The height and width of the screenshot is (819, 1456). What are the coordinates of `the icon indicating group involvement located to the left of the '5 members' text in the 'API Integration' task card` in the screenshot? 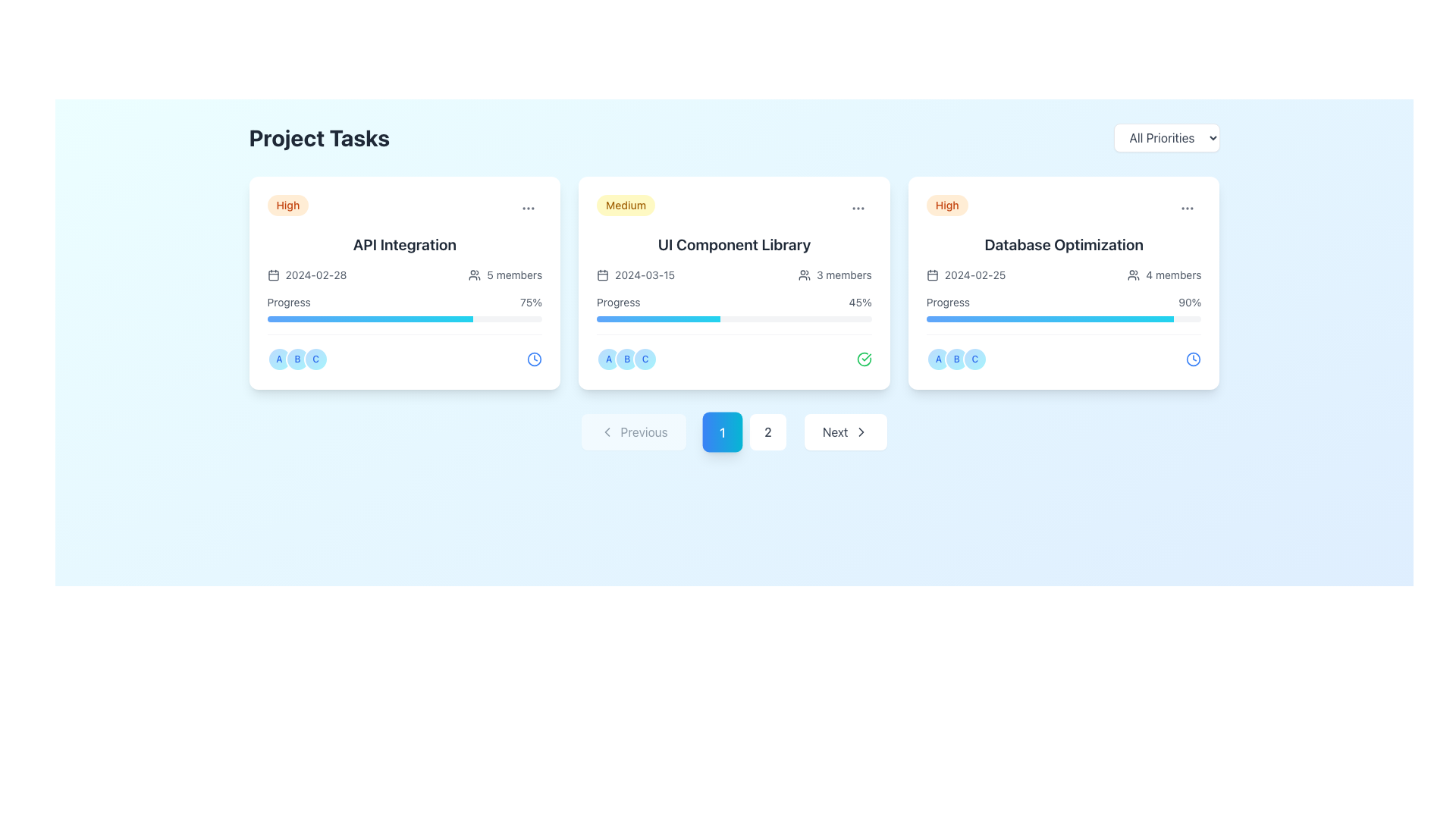 It's located at (474, 275).